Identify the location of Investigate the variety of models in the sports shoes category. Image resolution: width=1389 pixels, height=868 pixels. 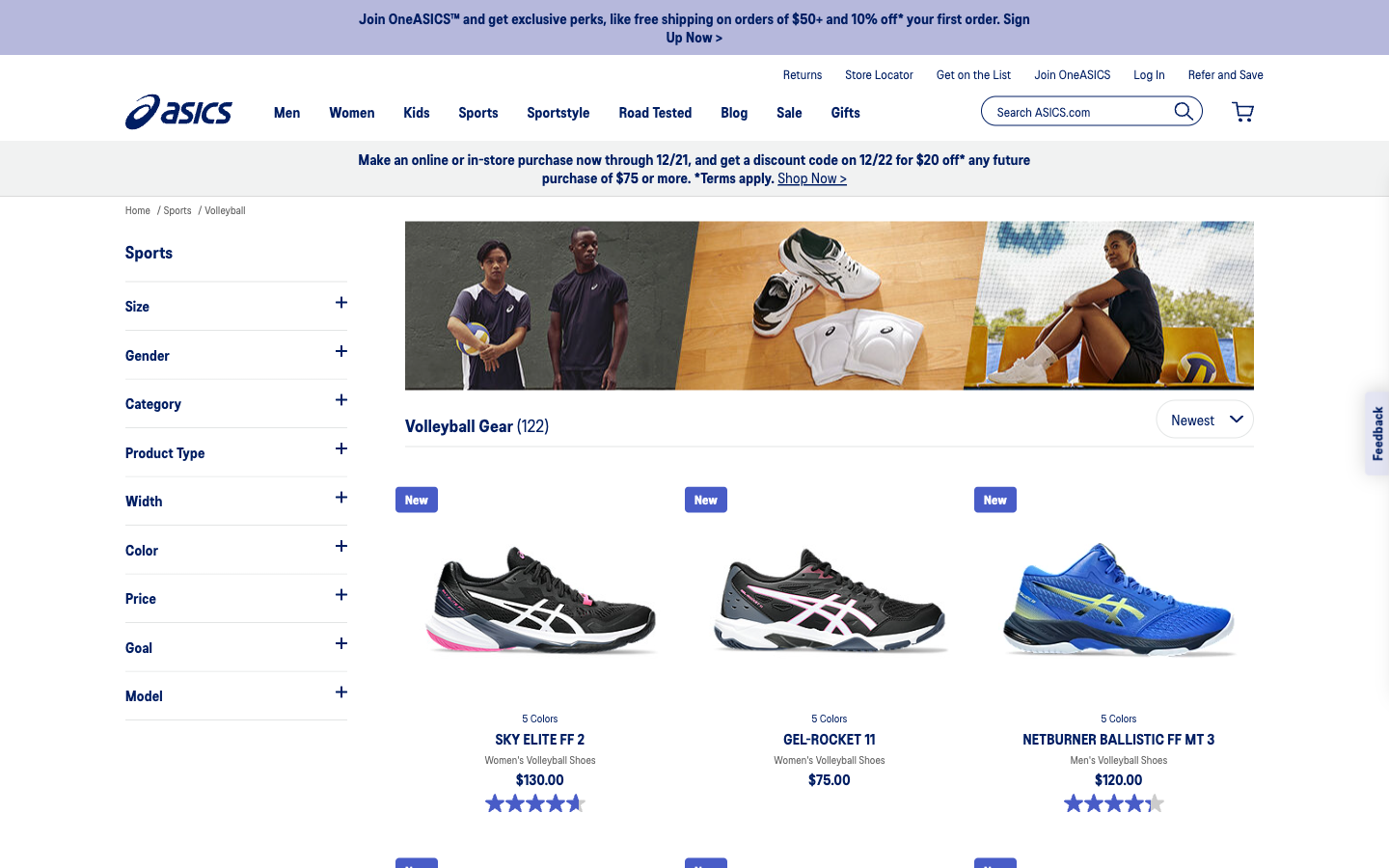
(234, 693).